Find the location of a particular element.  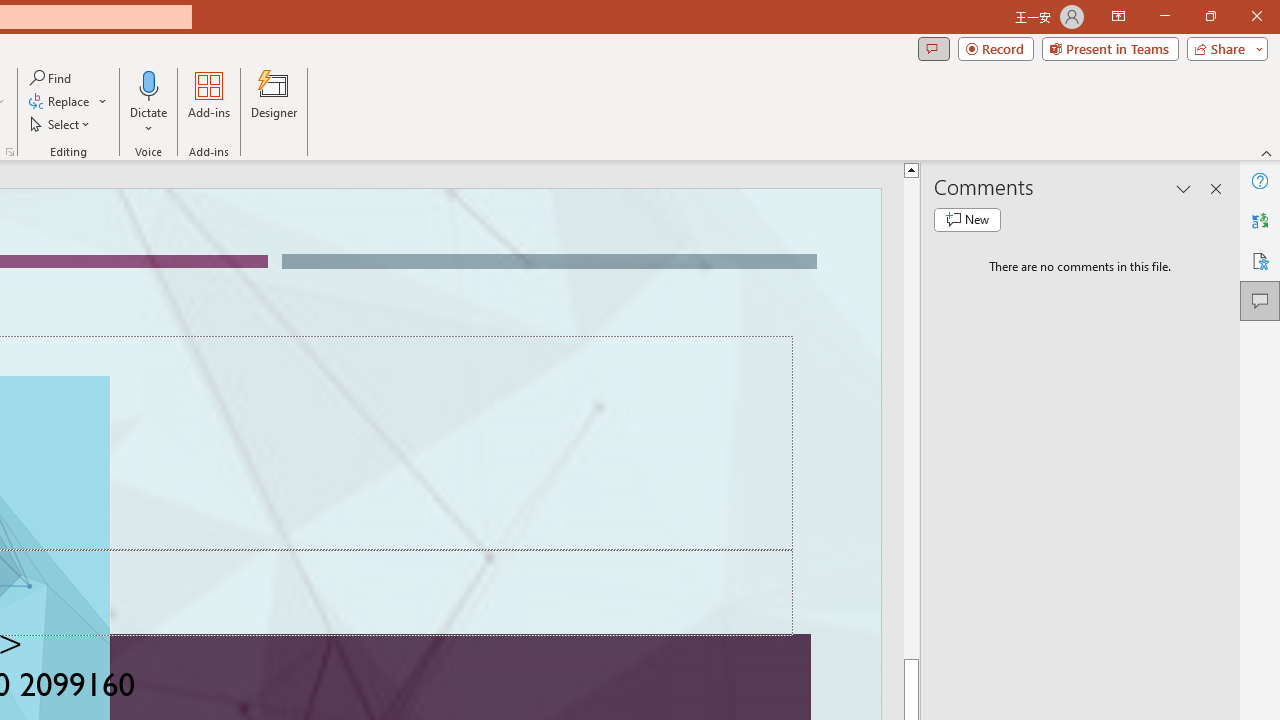

'Restore Down' is located at coordinates (1209, 16).